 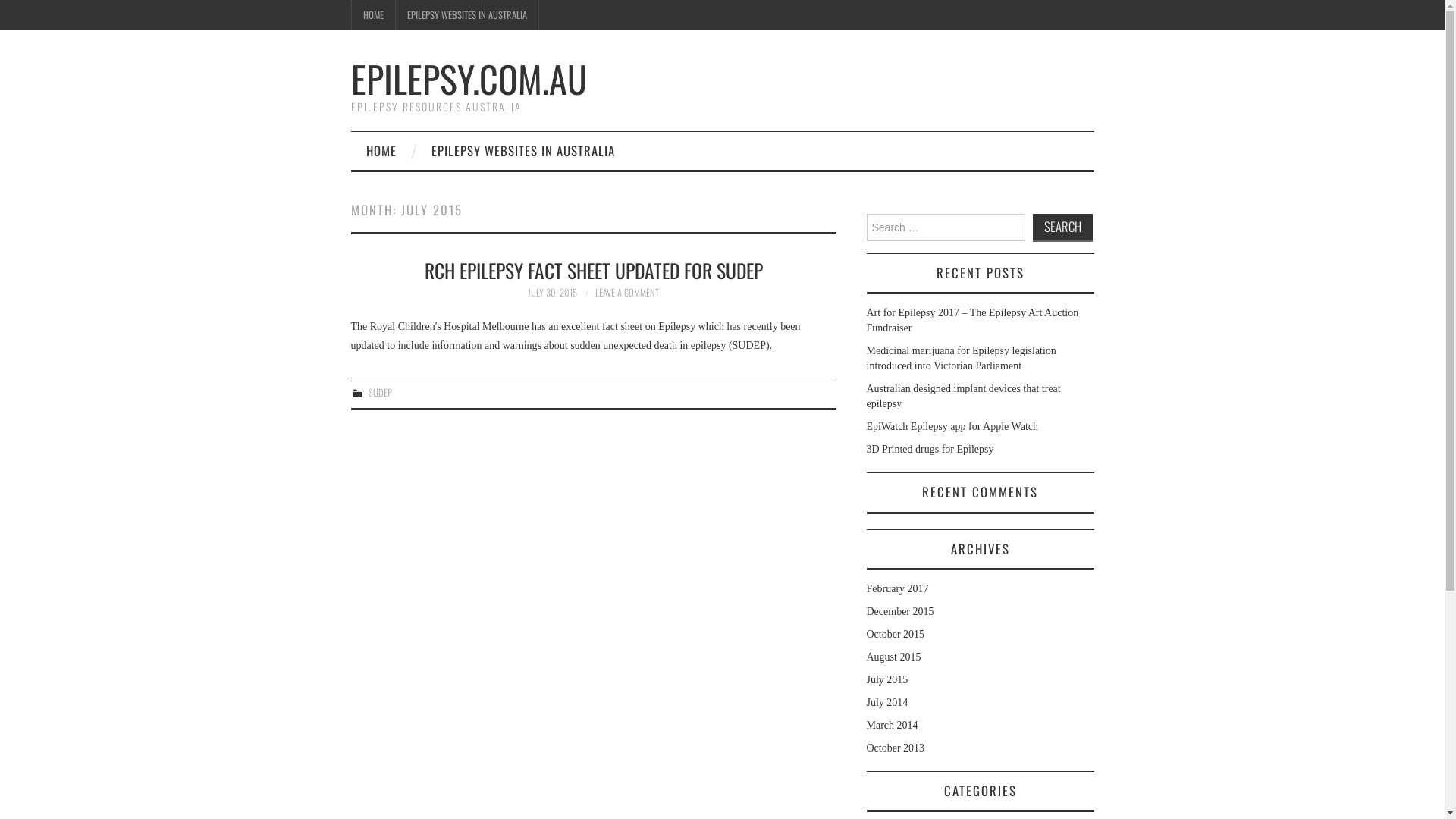 I want to click on 'October 2015', so click(x=895, y=634).